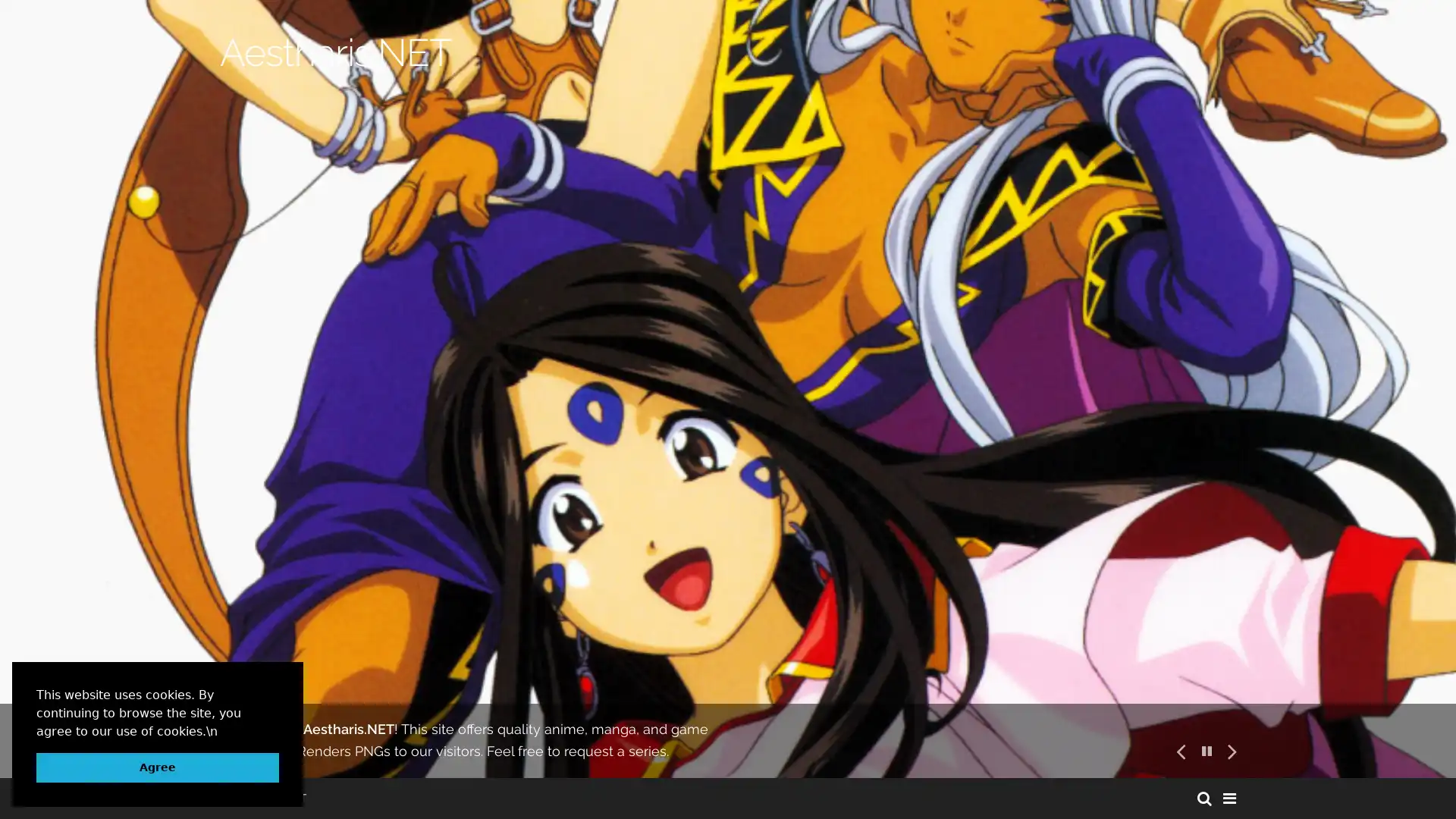  What do you see at coordinates (222, 731) in the screenshot?
I see `learn more about cookies` at bounding box center [222, 731].